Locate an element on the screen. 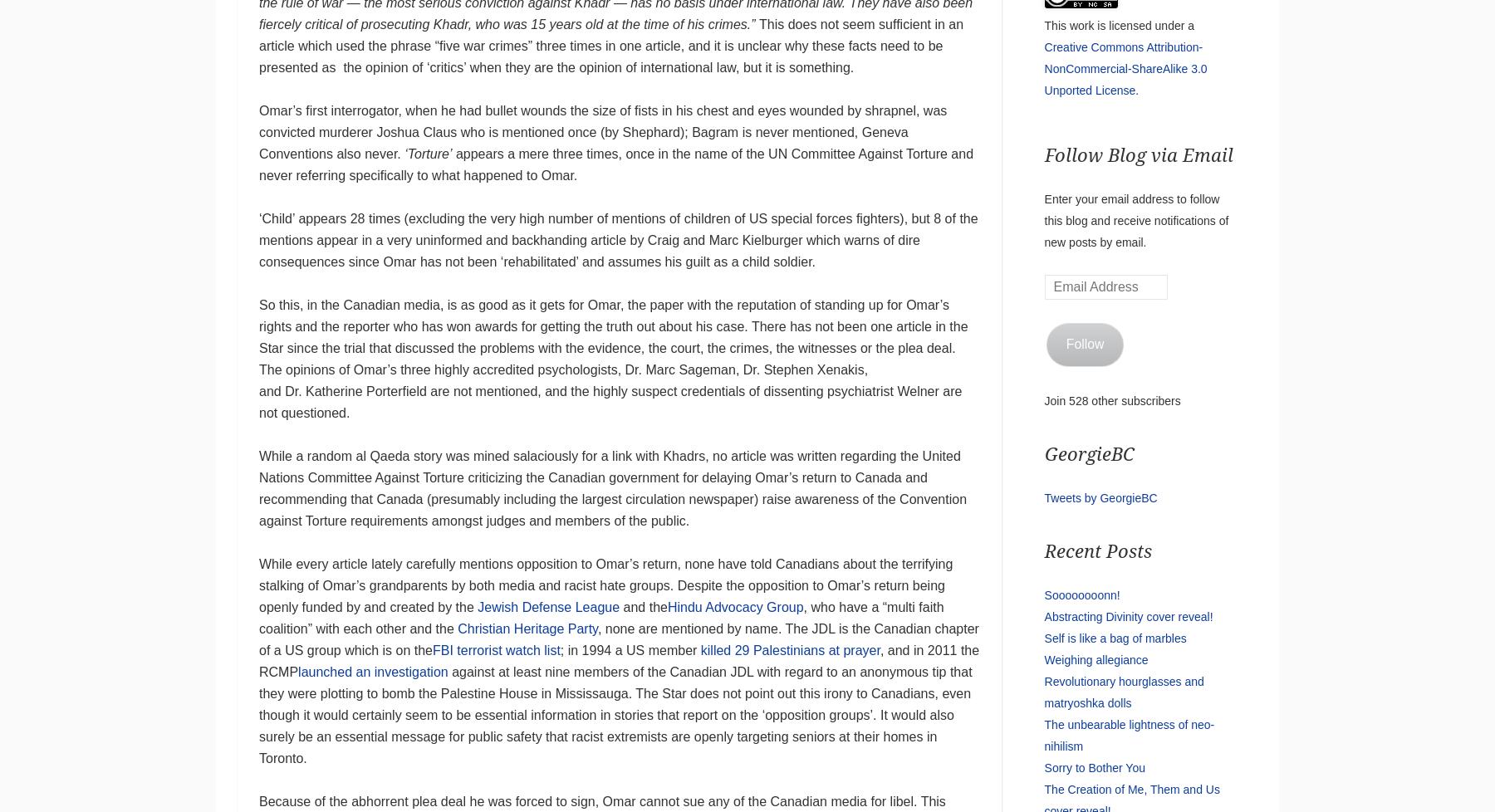 The width and height of the screenshot is (1495, 812). 'Tweets by GeorgieBC' is located at coordinates (1100, 498).